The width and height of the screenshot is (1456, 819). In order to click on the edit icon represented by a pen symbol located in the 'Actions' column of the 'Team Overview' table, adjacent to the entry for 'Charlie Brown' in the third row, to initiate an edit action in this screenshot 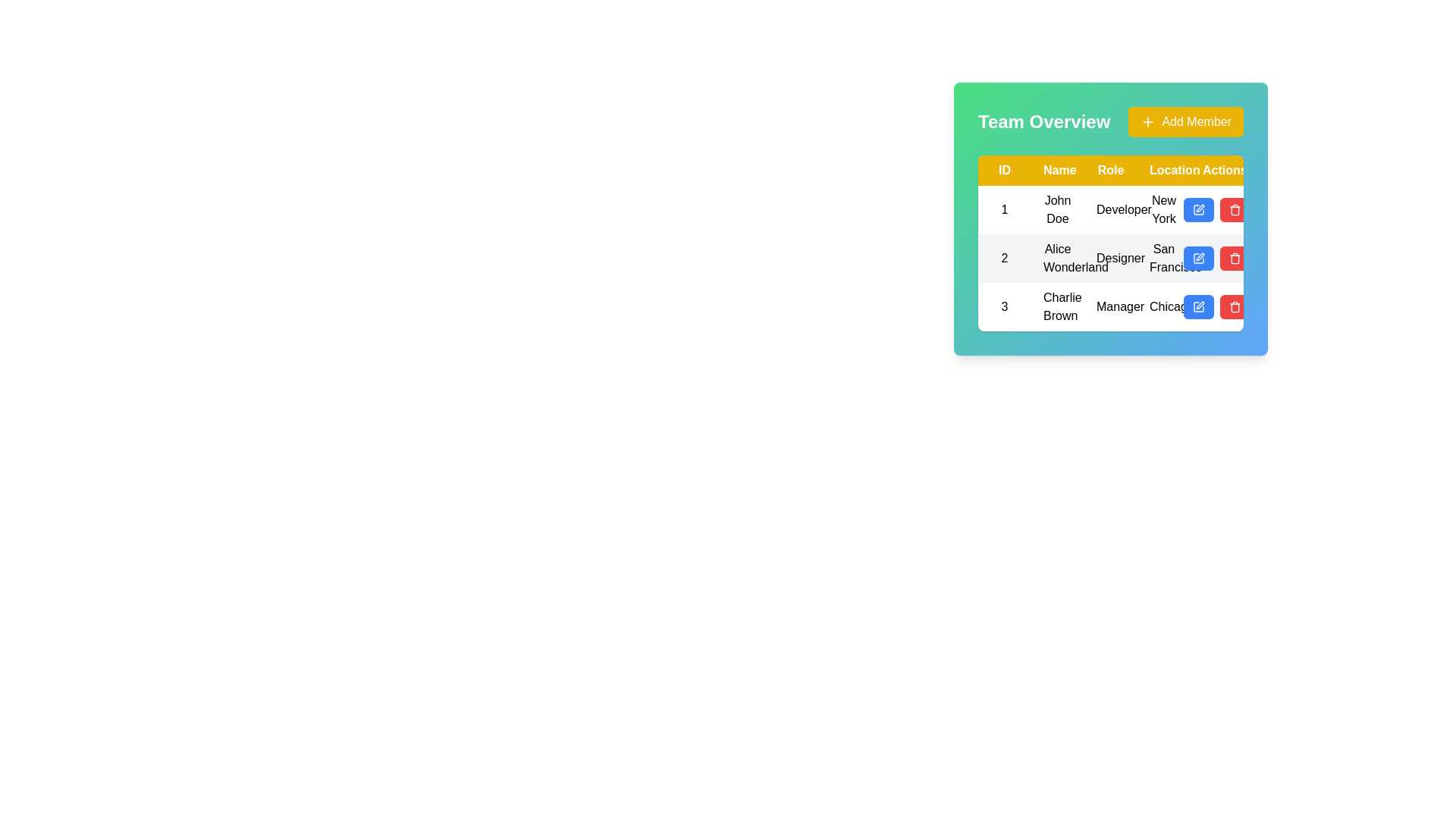, I will do `click(1200, 305)`.